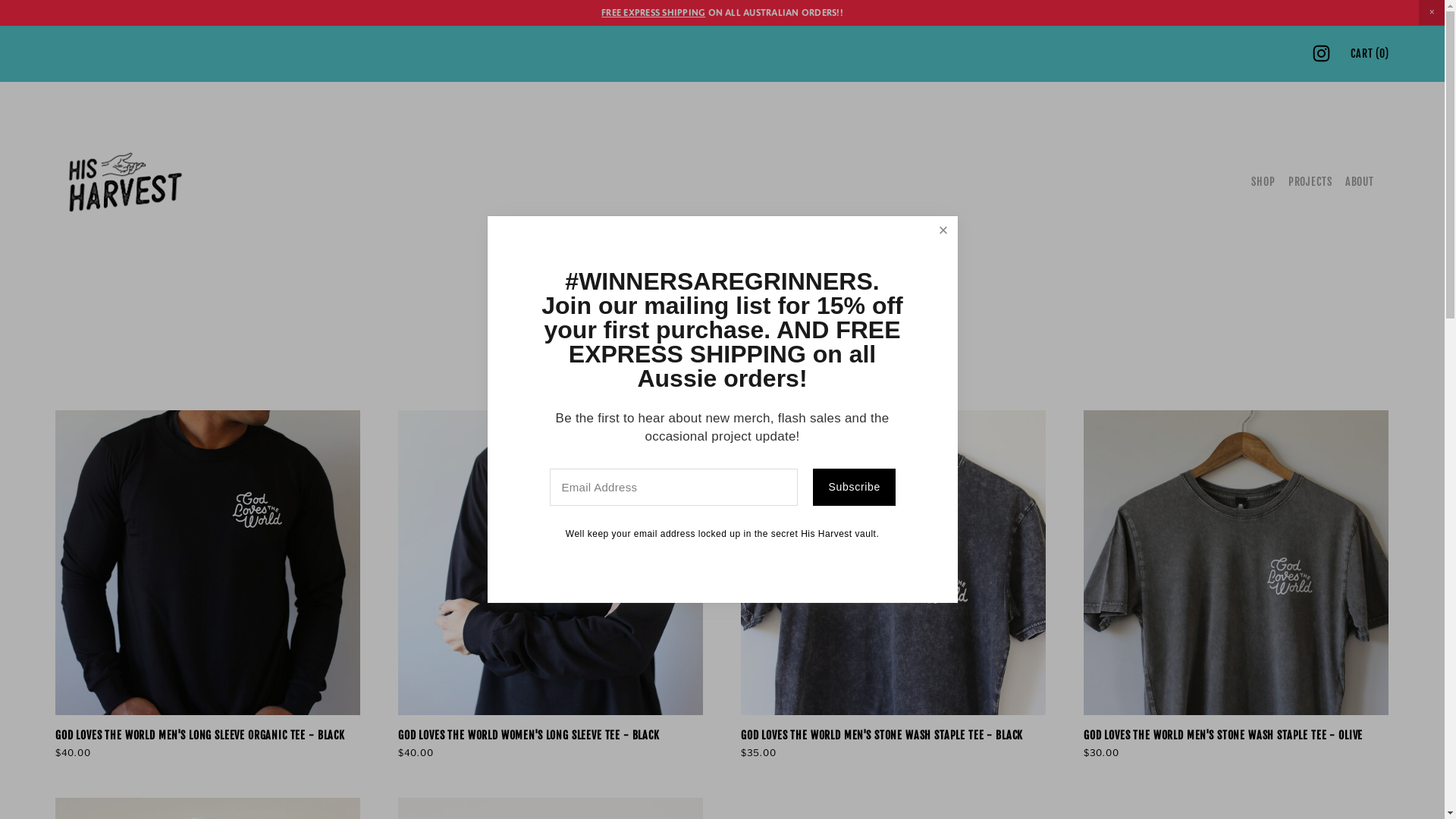  Describe the element at coordinates (1370, 52) in the screenshot. I see `'CART 0'` at that location.